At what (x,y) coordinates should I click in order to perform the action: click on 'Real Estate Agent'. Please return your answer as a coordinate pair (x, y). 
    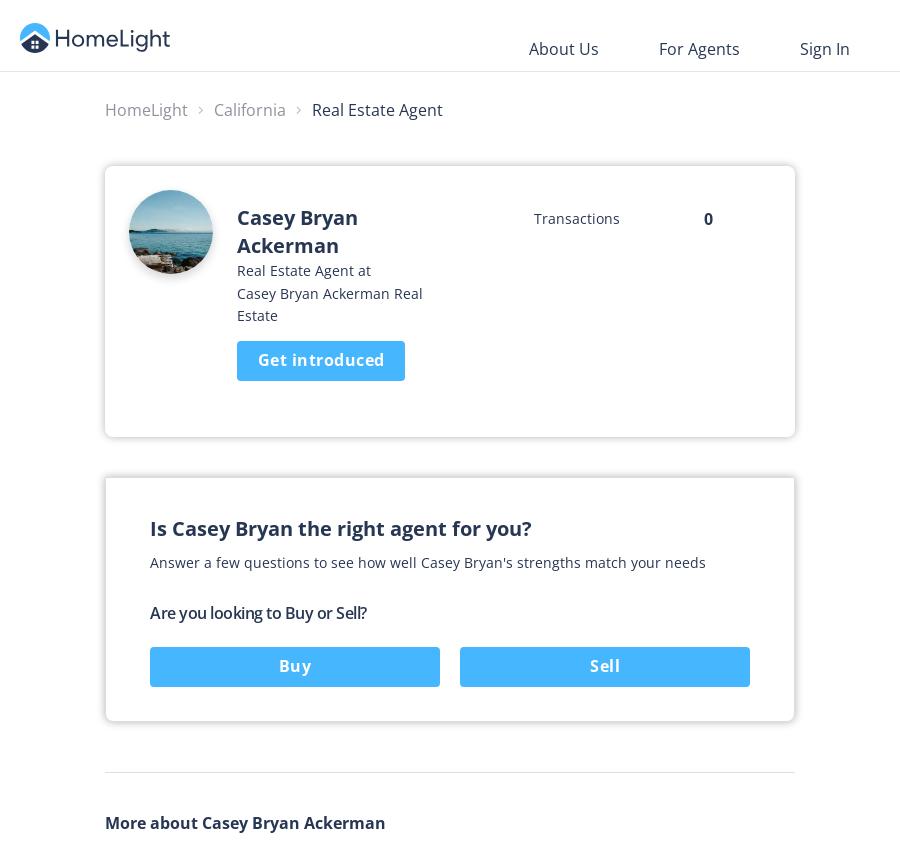
    Looking at the image, I should click on (377, 109).